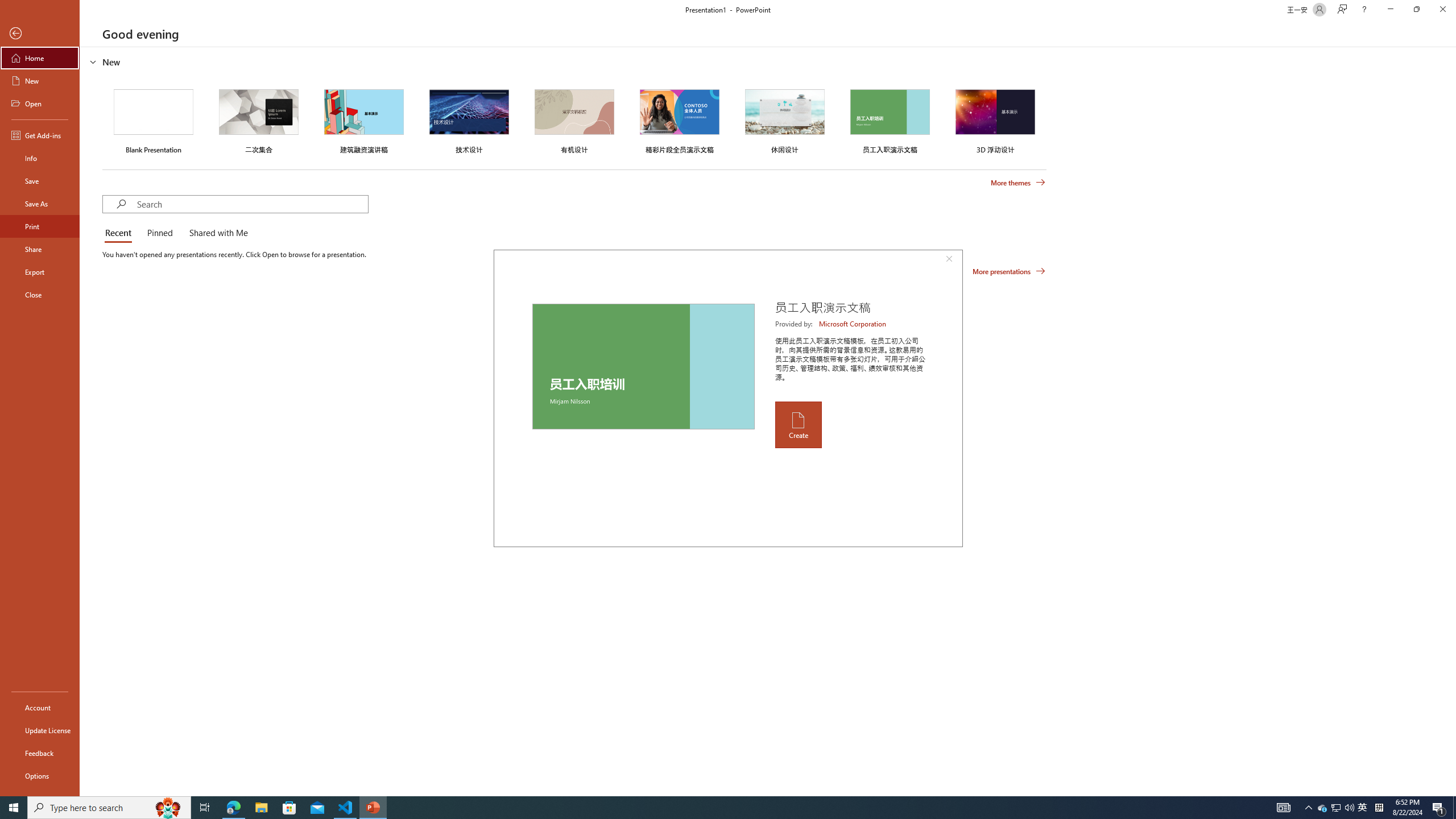 The image size is (1456, 819). Describe the element at coordinates (1008, 270) in the screenshot. I see `'More presentations'` at that location.